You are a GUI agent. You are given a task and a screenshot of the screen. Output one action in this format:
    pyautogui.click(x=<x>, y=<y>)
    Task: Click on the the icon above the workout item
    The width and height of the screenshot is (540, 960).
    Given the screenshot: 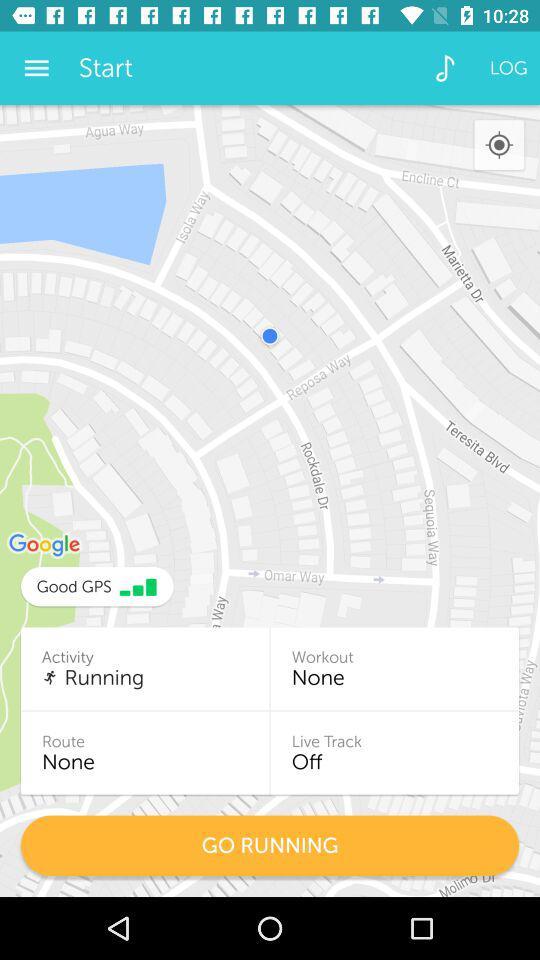 What is the action you would take?
    pyautogui.click(x=498, y=144)
    